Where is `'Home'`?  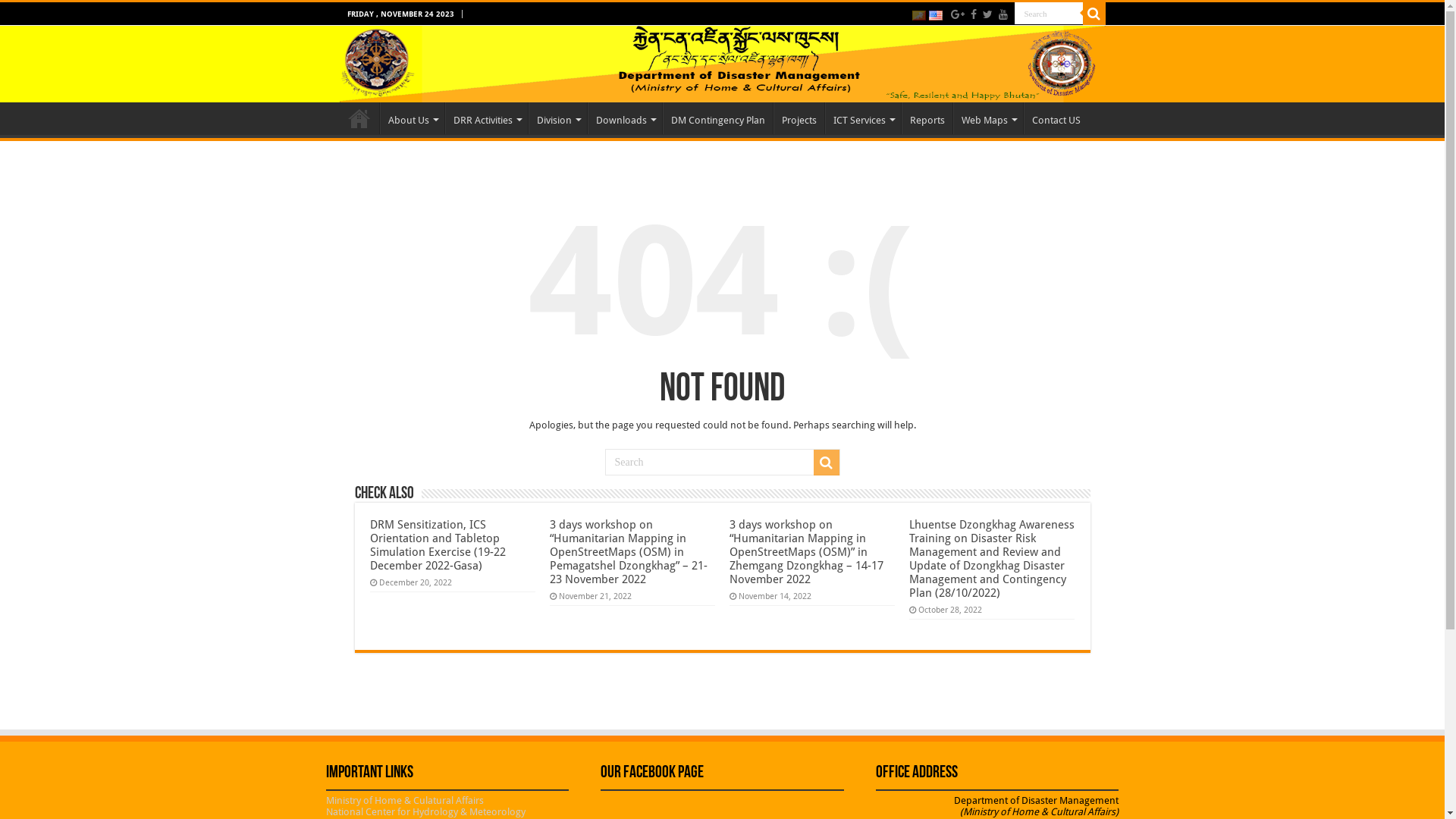
'Home' is located at coordinates (359, 117).